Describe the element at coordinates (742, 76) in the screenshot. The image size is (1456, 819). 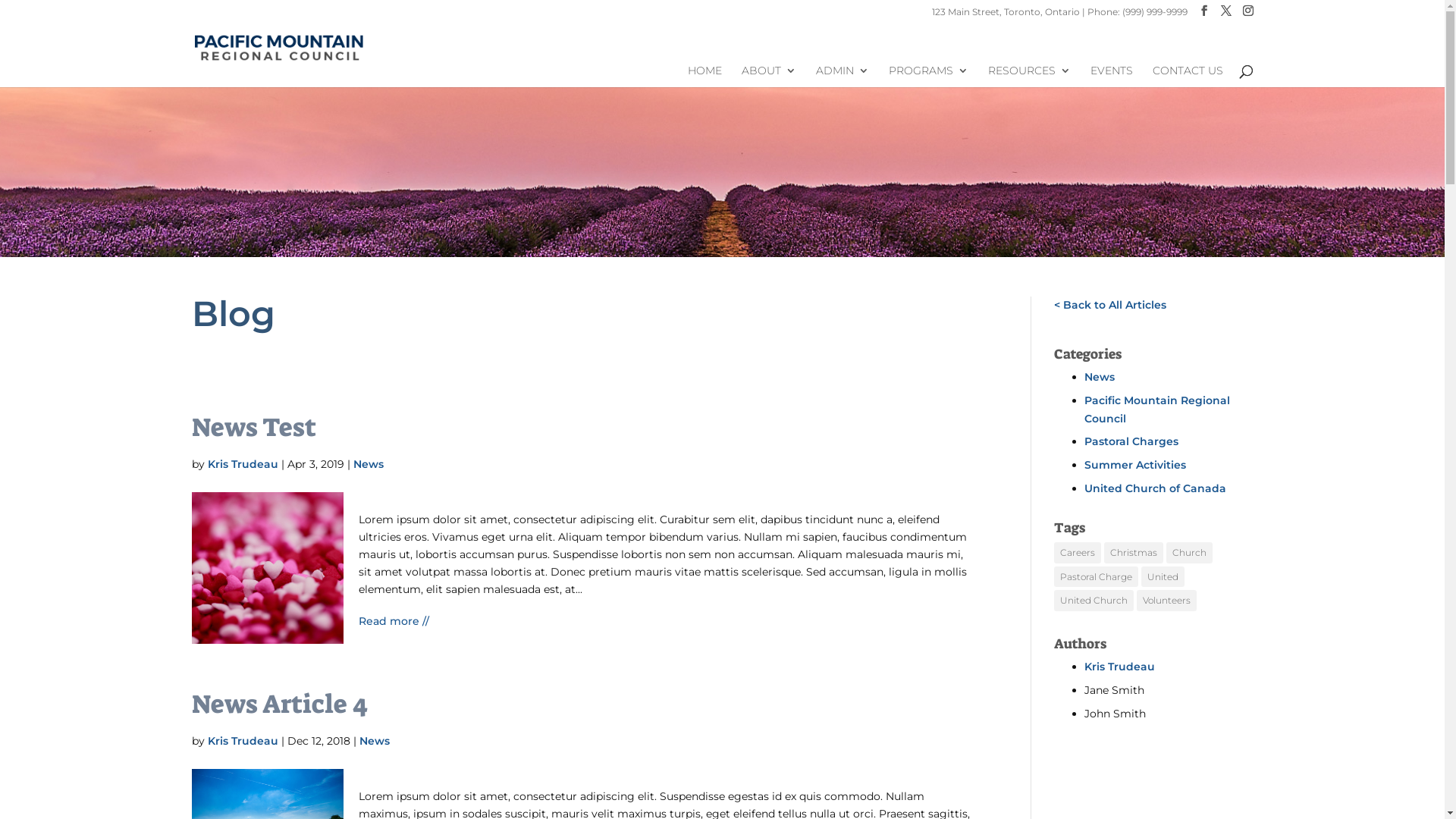
I see `'ABOUT'` at that location.